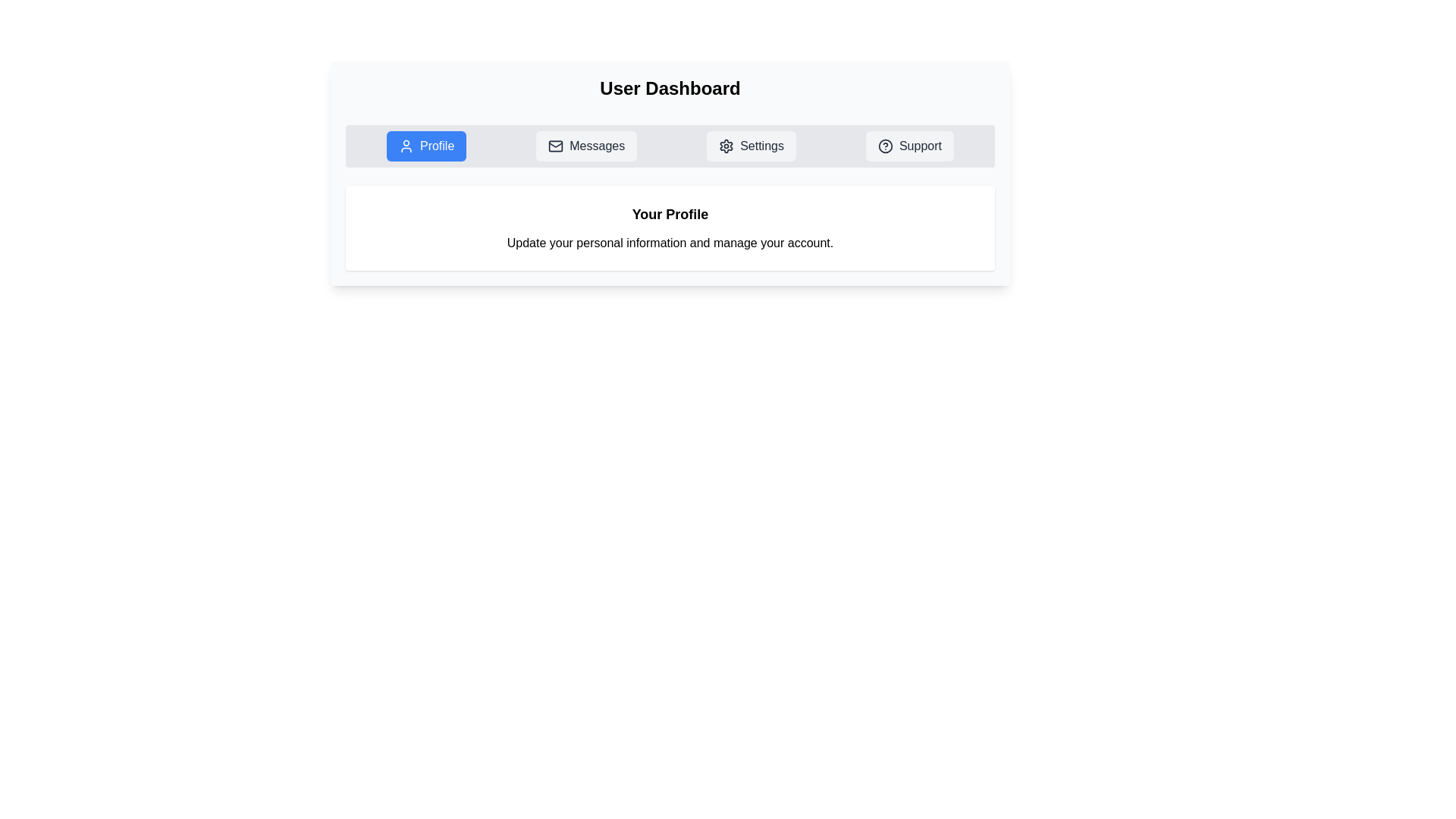 This screenshot has width=1456, height=819. I want to click on the user profile access icon located to the left of the 'Profile' button in the top navigation menu to trigger tooltips or visual effects, so click(406, 146).